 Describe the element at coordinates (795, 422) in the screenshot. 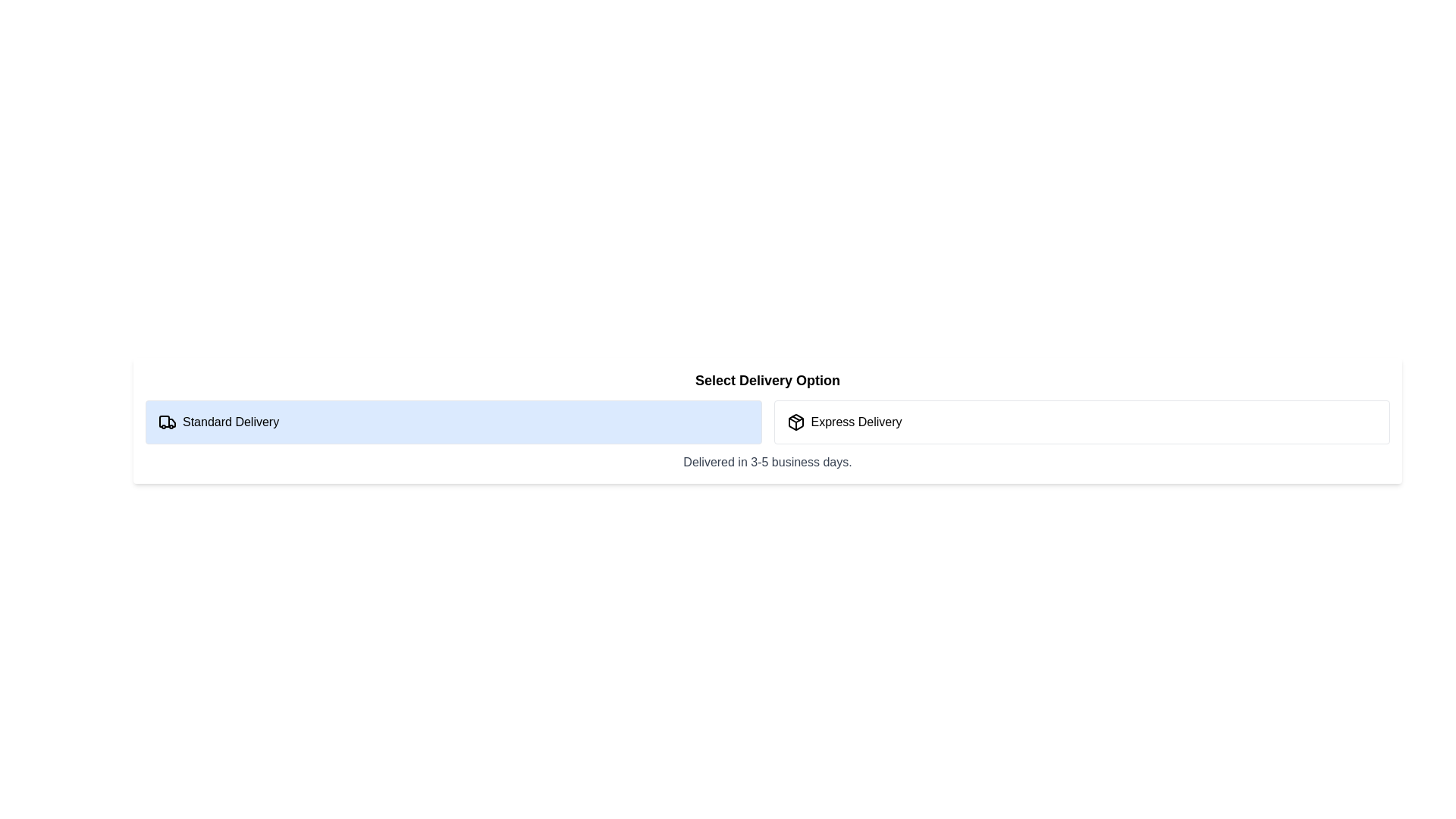

I see `the stylized graphic icon resembling a package or box within the 'Express Delivery' option` at that location.